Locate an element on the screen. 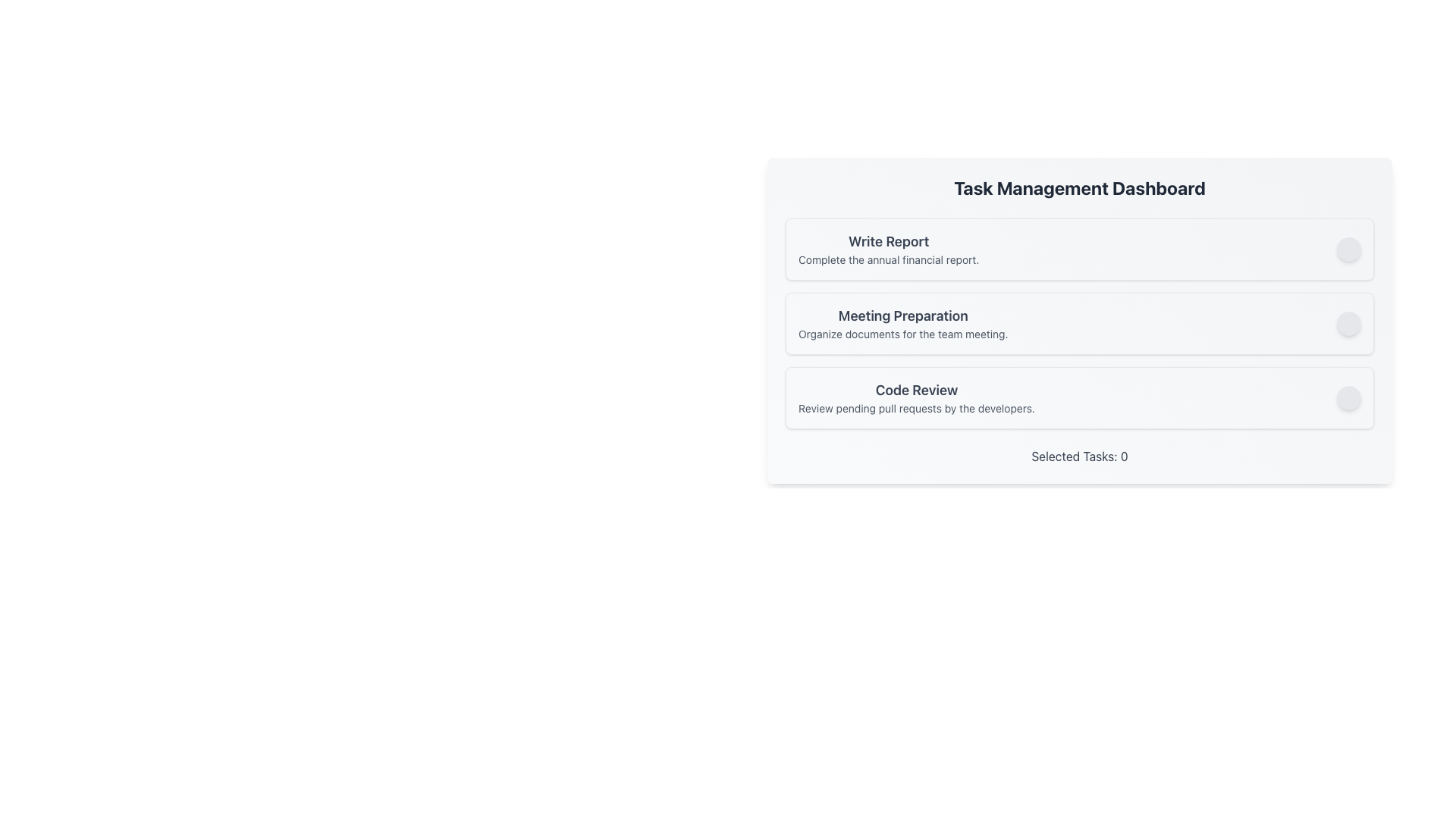  the second task card in the vertical stack of task items within the 'Task Management Dashboard' is located at coordinates (1079, 312).